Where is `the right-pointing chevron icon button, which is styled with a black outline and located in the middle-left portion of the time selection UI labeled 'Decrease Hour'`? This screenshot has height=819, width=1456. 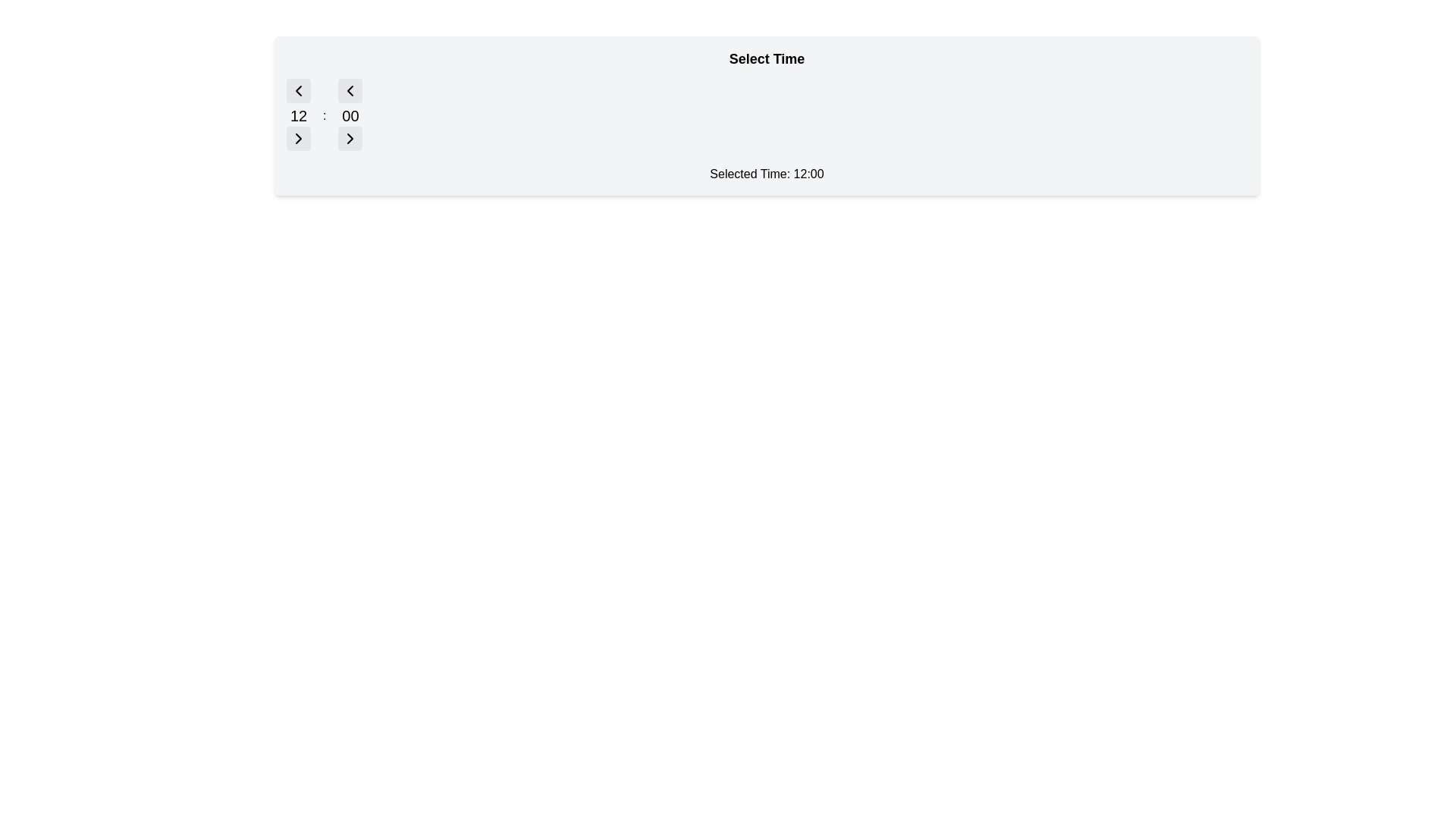
the right-pointing chevron icon button, which is styled with a black outline and located in the middle-left portion of the time selection UI labeled 'Decrease Hour' is located at coordinates (298, 138).